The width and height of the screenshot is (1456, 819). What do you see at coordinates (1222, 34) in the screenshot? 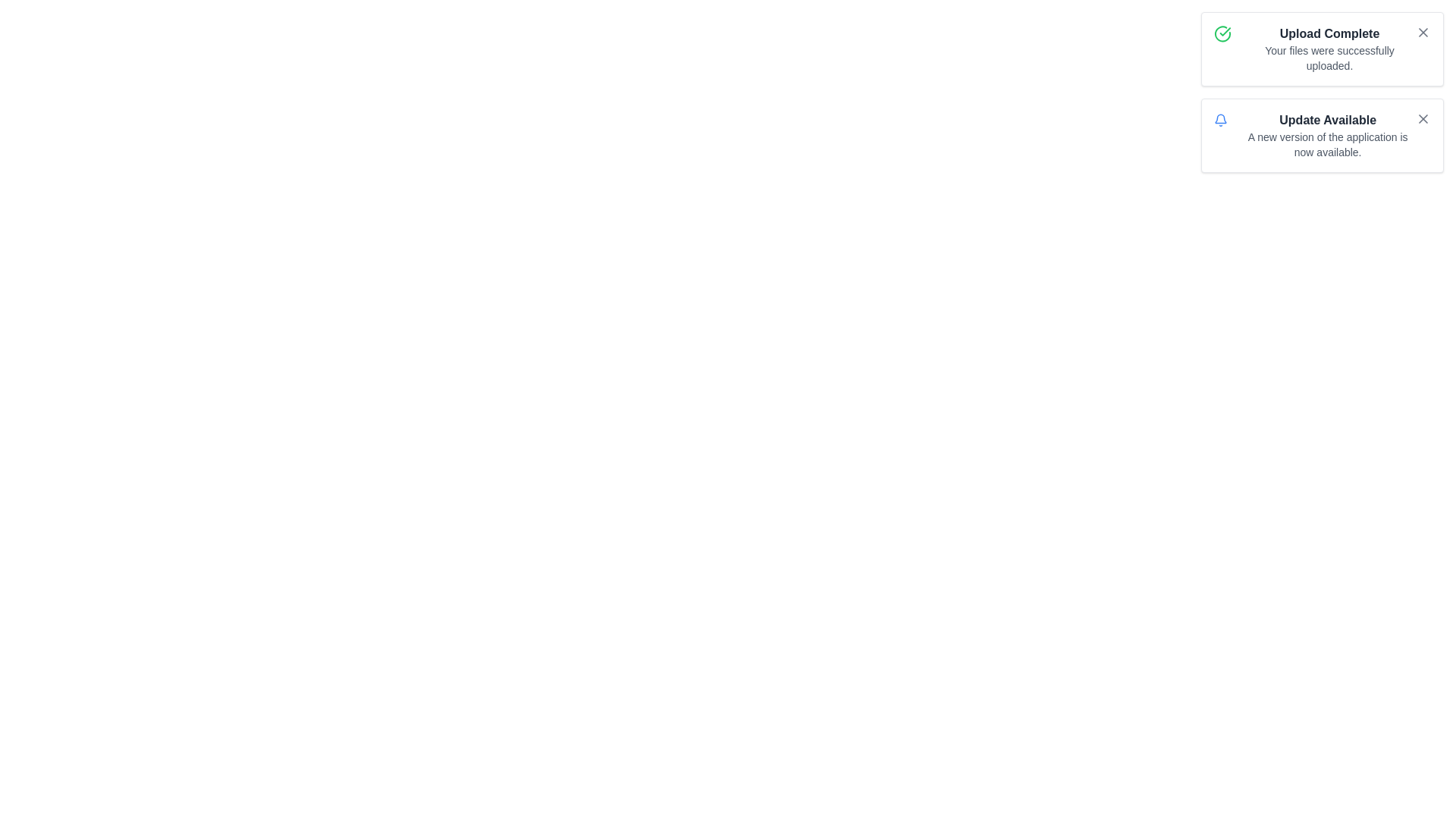
I see `the green circular checkmark icon located at the top-left corner of the 'Upload Complete' notification box` at bounding box center [1222, 34].